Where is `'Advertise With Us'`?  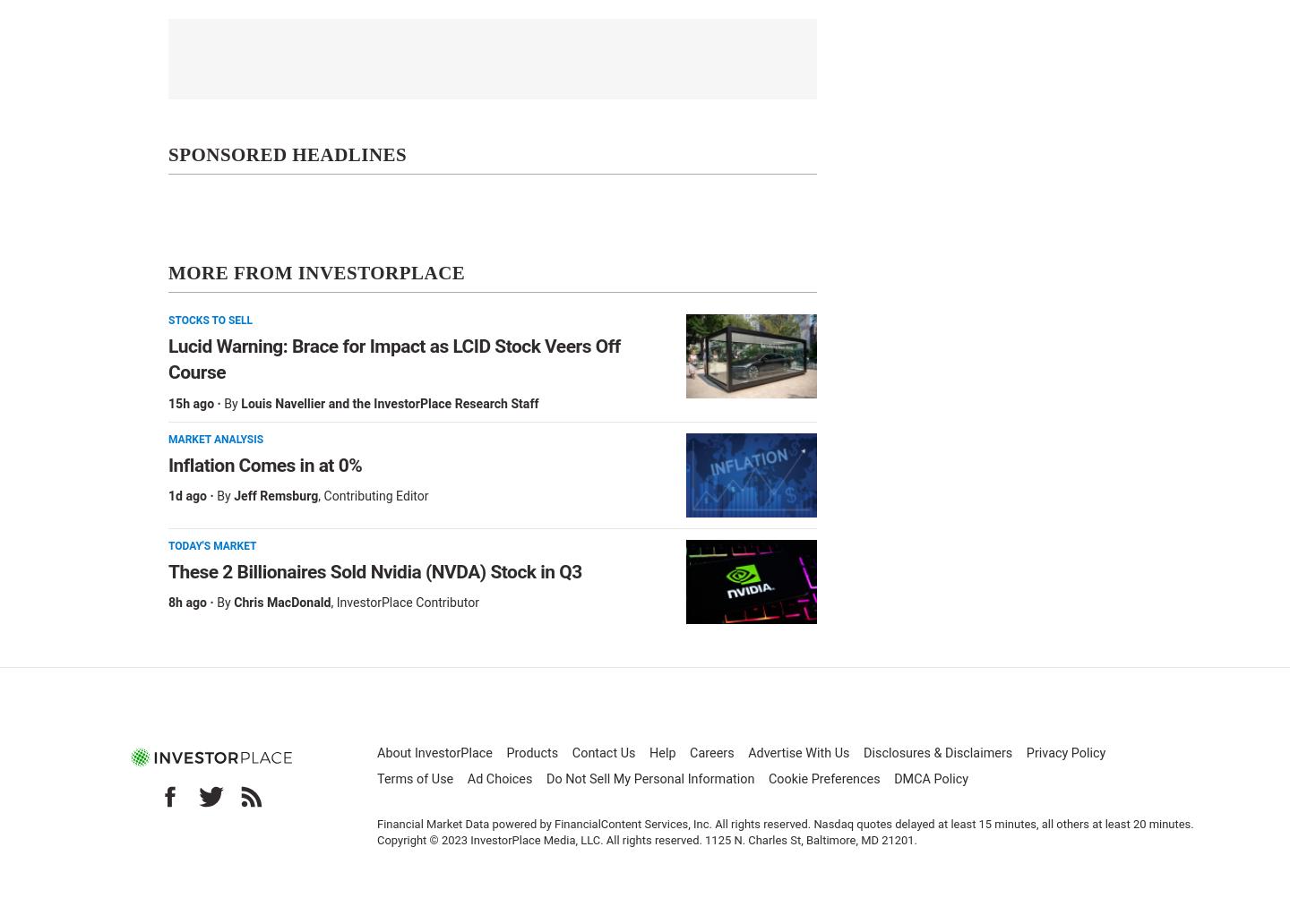
'Advertise With Us' is located at coordinates (797, 752).